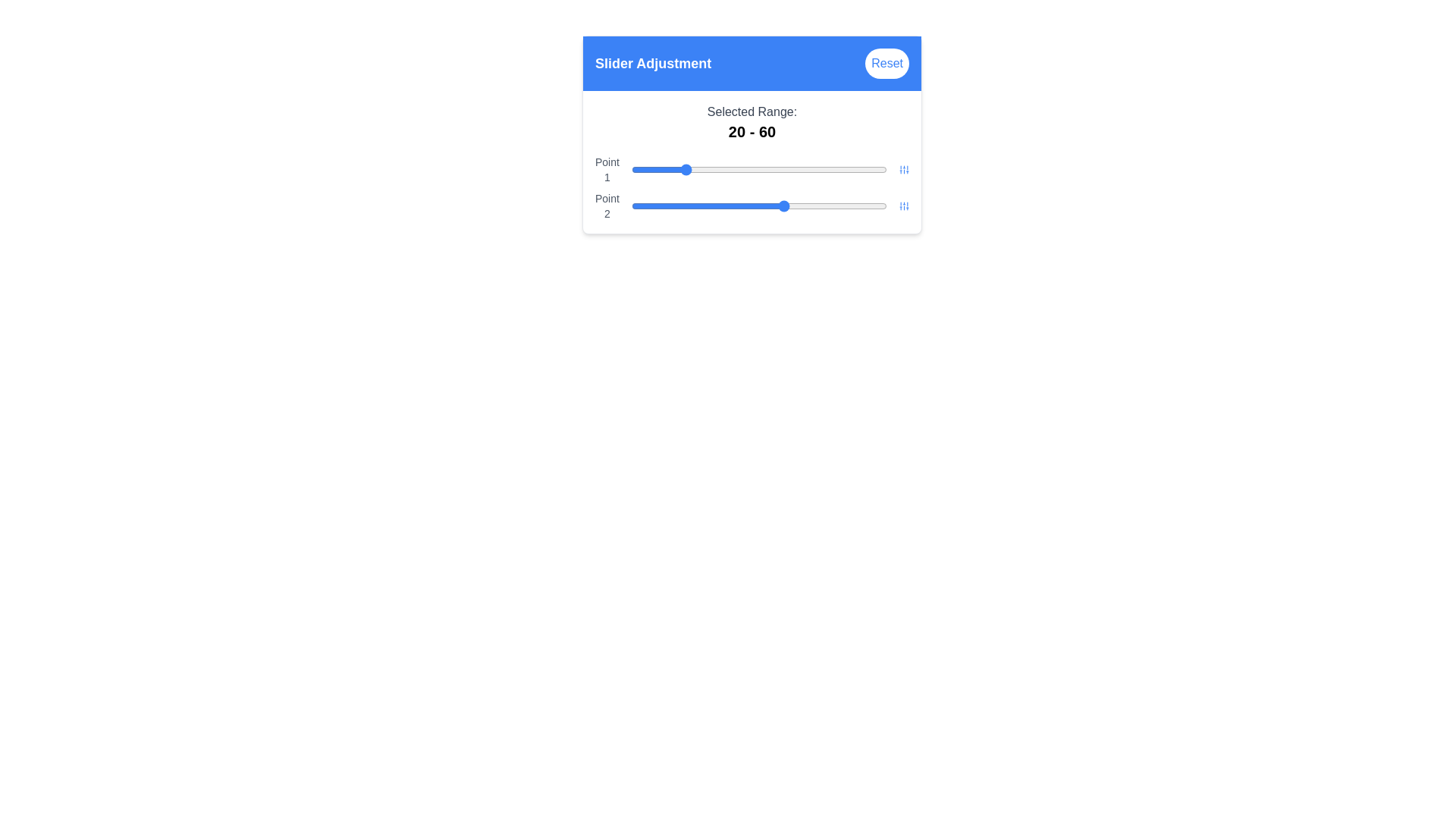 The image size is (1456, 819). Describe the element at coordinates (757, 206) in the screenshot. I see `the slider` at that location.